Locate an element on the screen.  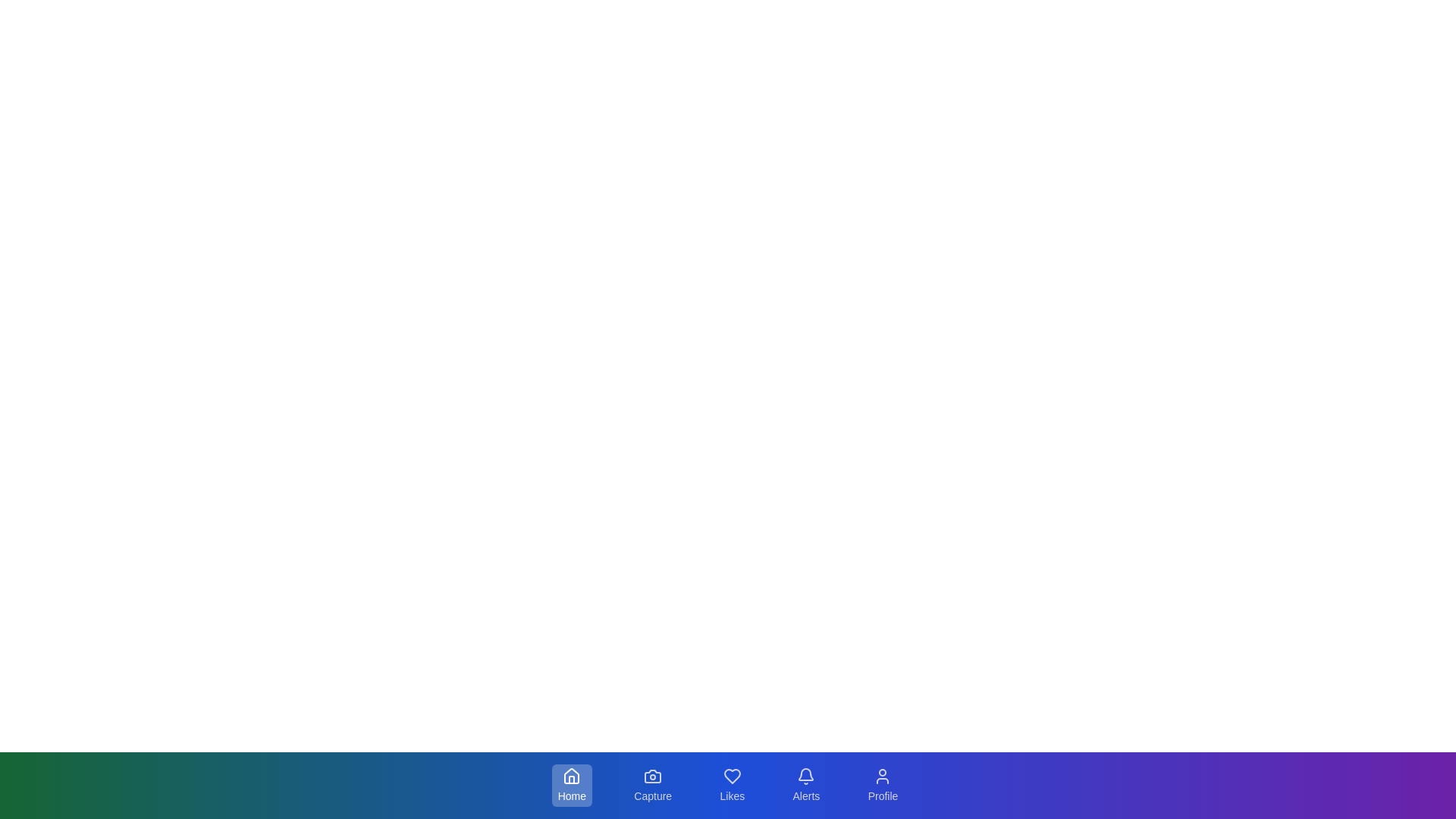
the button labeled Alerts to observe the visual feedback is located at coordinates (805, 785).